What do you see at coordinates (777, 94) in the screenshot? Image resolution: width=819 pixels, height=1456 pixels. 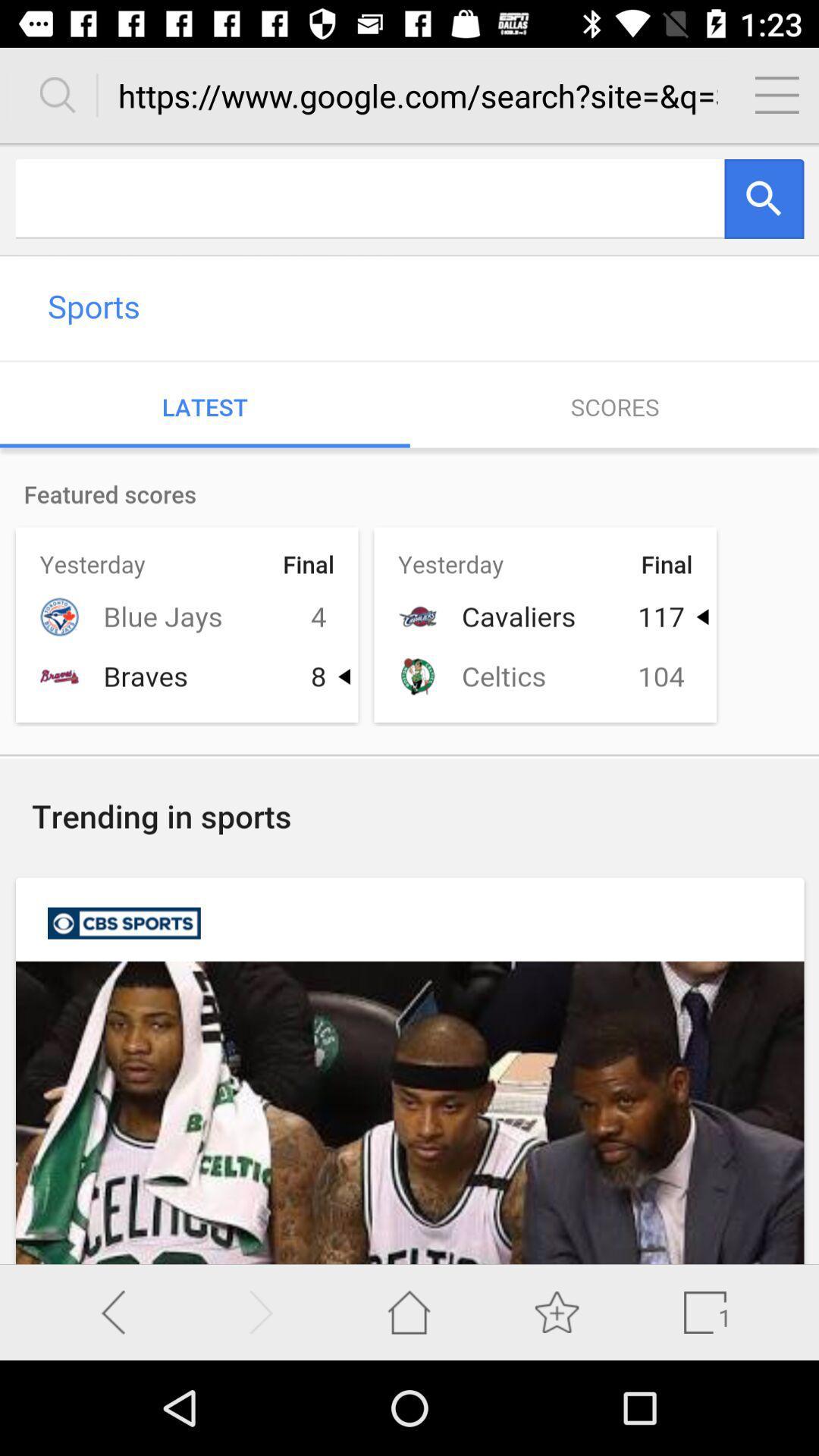 I see `click on menu bar` at bounding box center [777, 94].